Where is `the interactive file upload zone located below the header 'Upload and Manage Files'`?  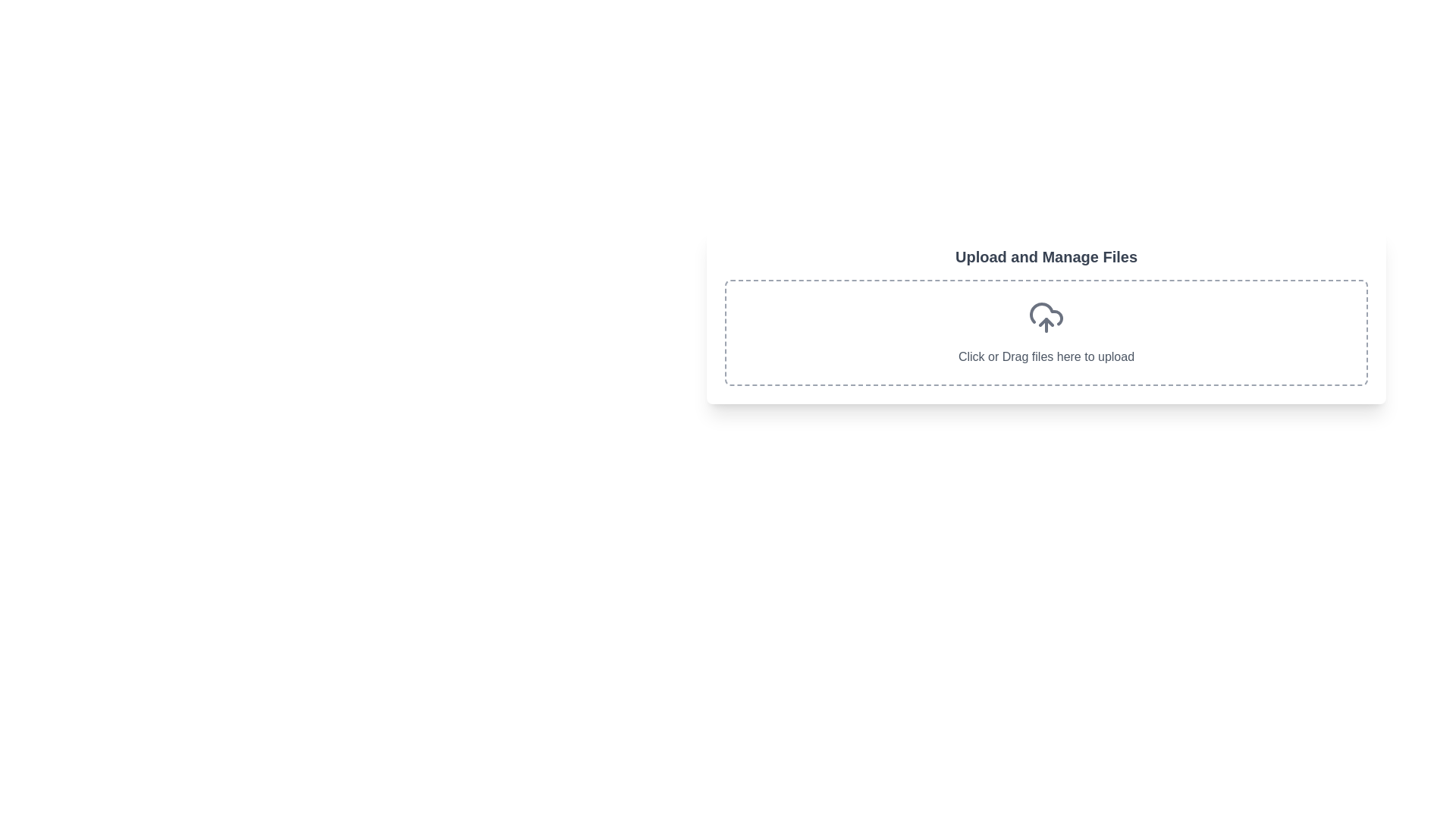 the interactive file upload zone located below the header 'Upload and Manage Files' is located at coordinates (1046, 332).